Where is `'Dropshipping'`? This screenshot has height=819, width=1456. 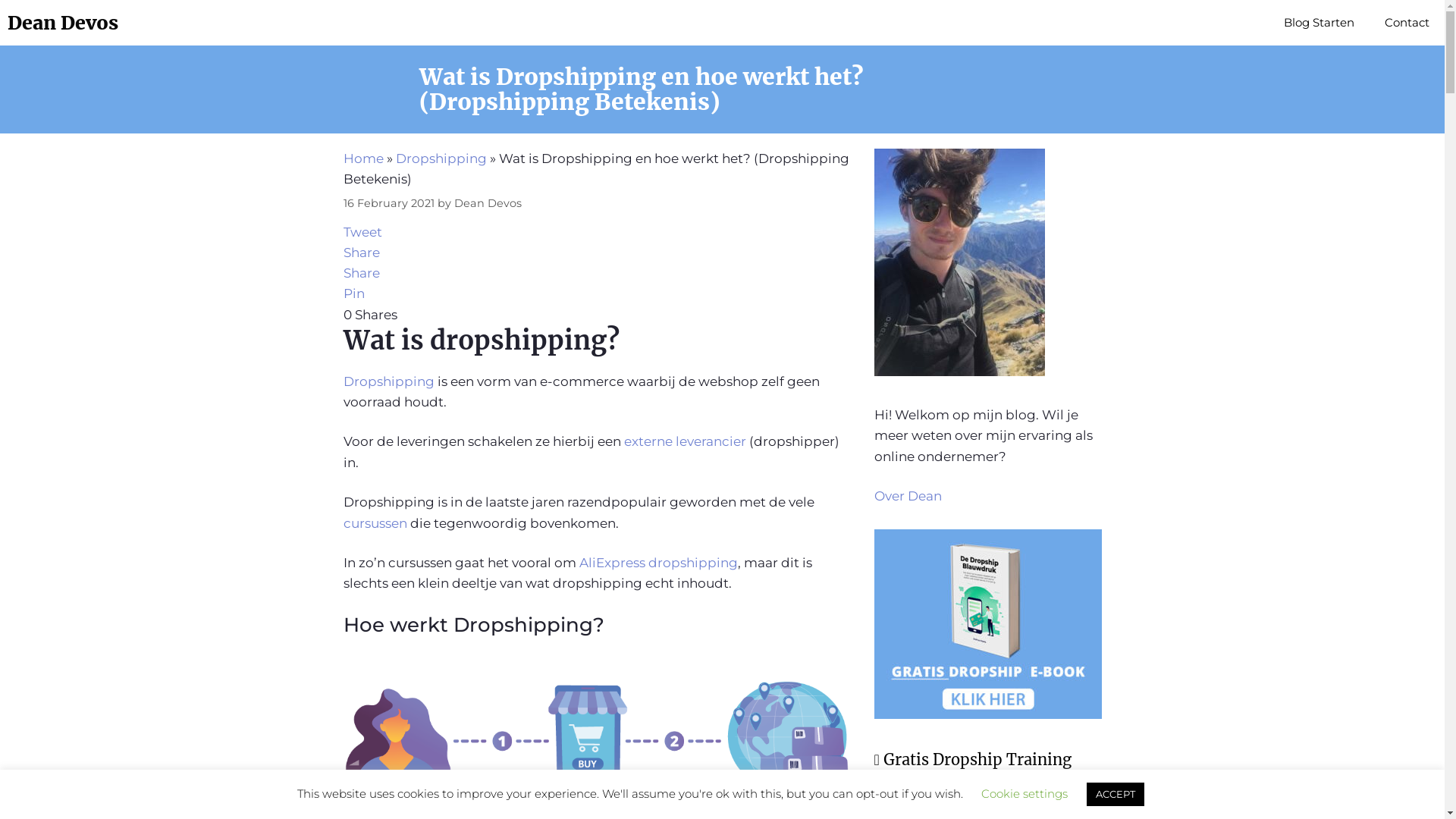 'Dropshipping' is located at coordinates (440, 158).